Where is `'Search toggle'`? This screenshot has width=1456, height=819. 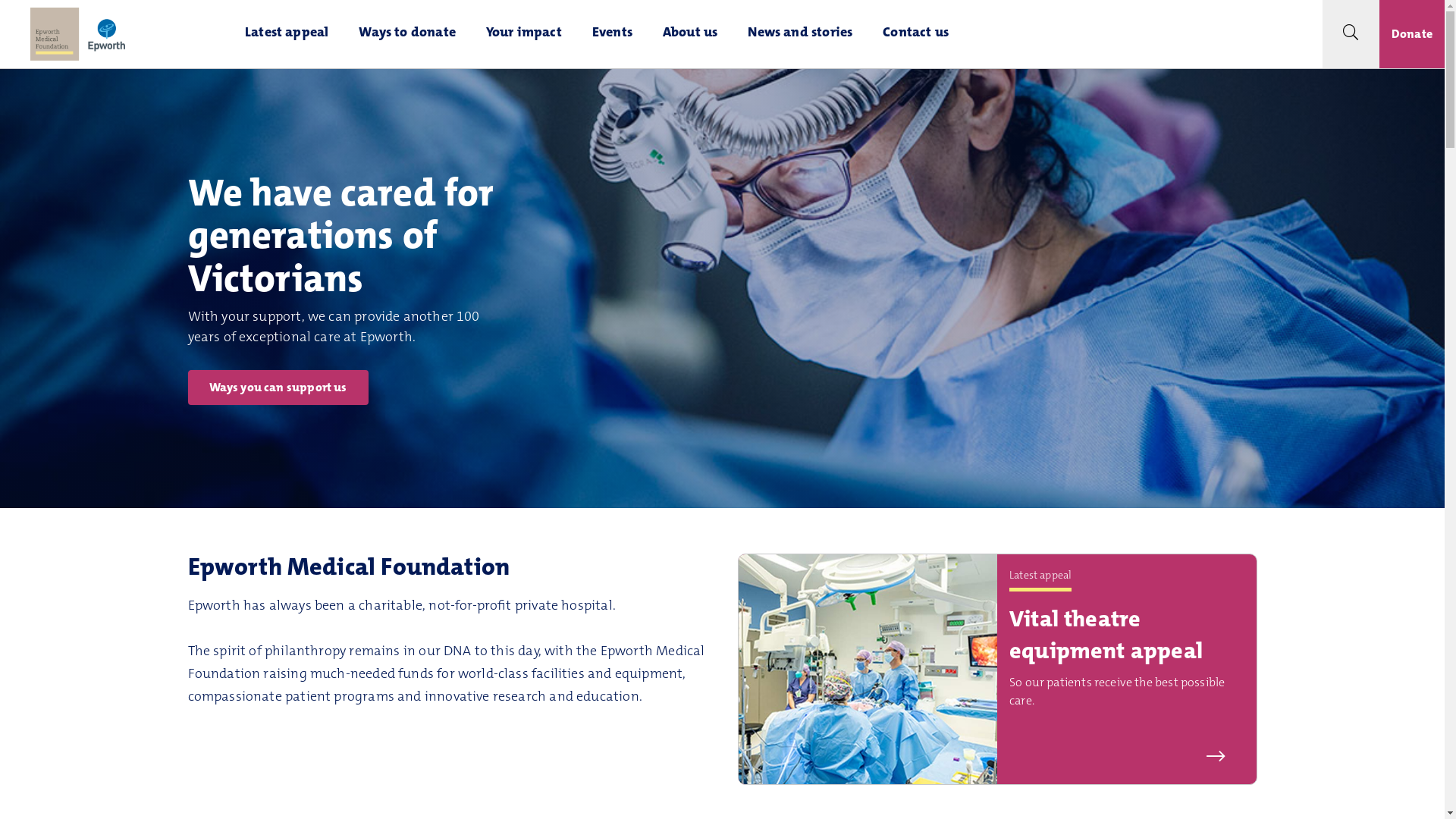
'Search toggle' is located at coordinates (1351, 34).